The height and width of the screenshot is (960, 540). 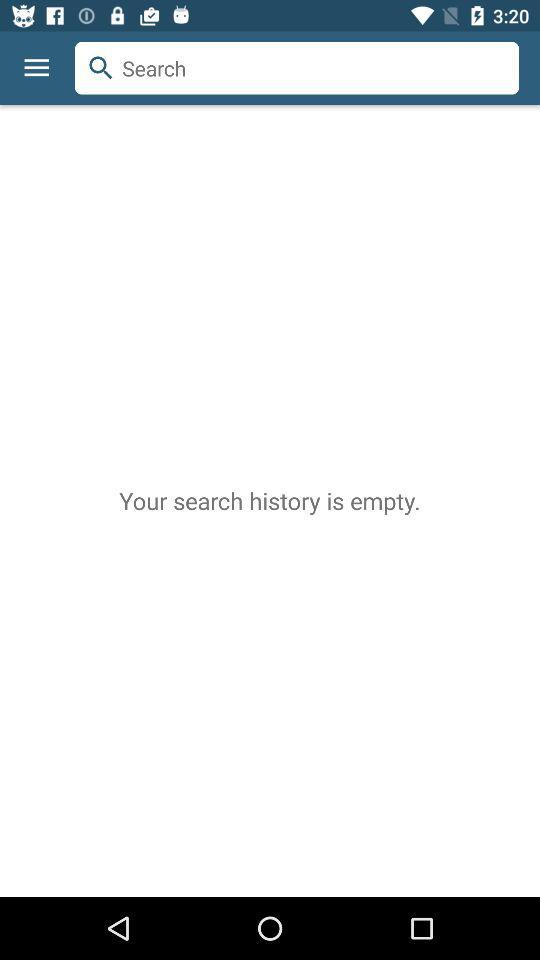 I want to click on the item above the your search history icon, so click(x=296, y=68).